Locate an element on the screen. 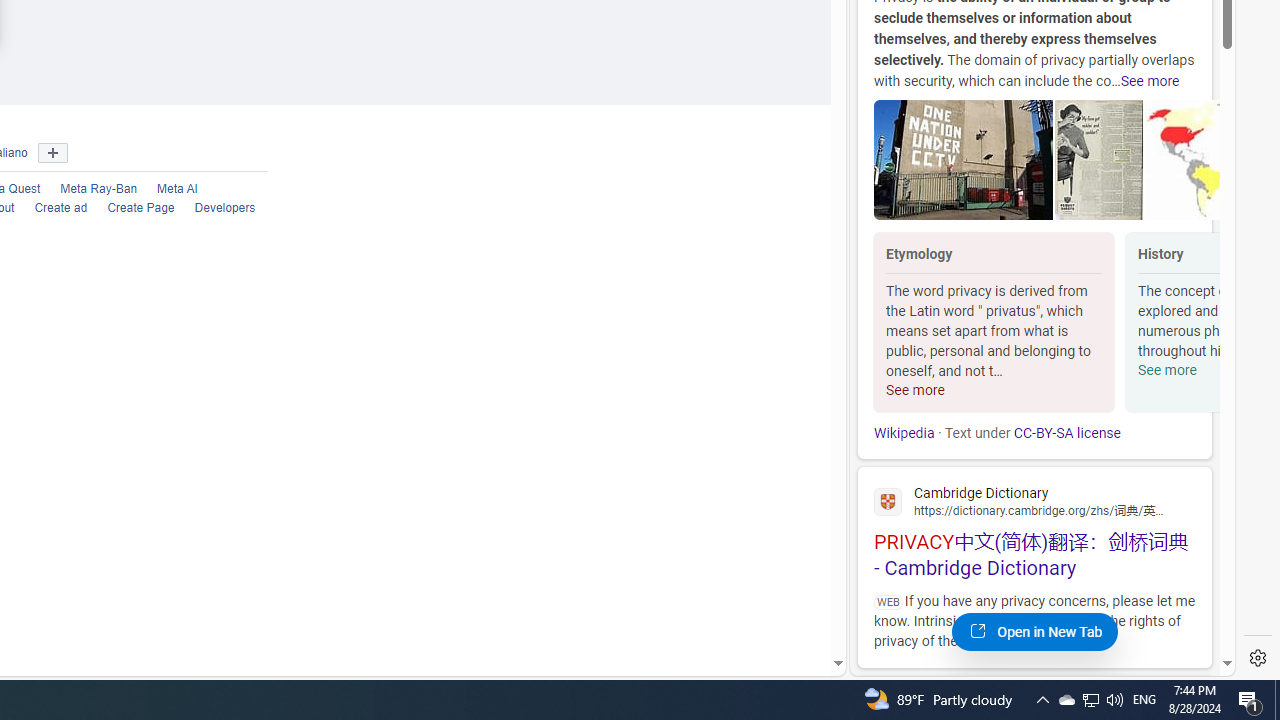  'Create Page' is located at coordinates (130, 208).